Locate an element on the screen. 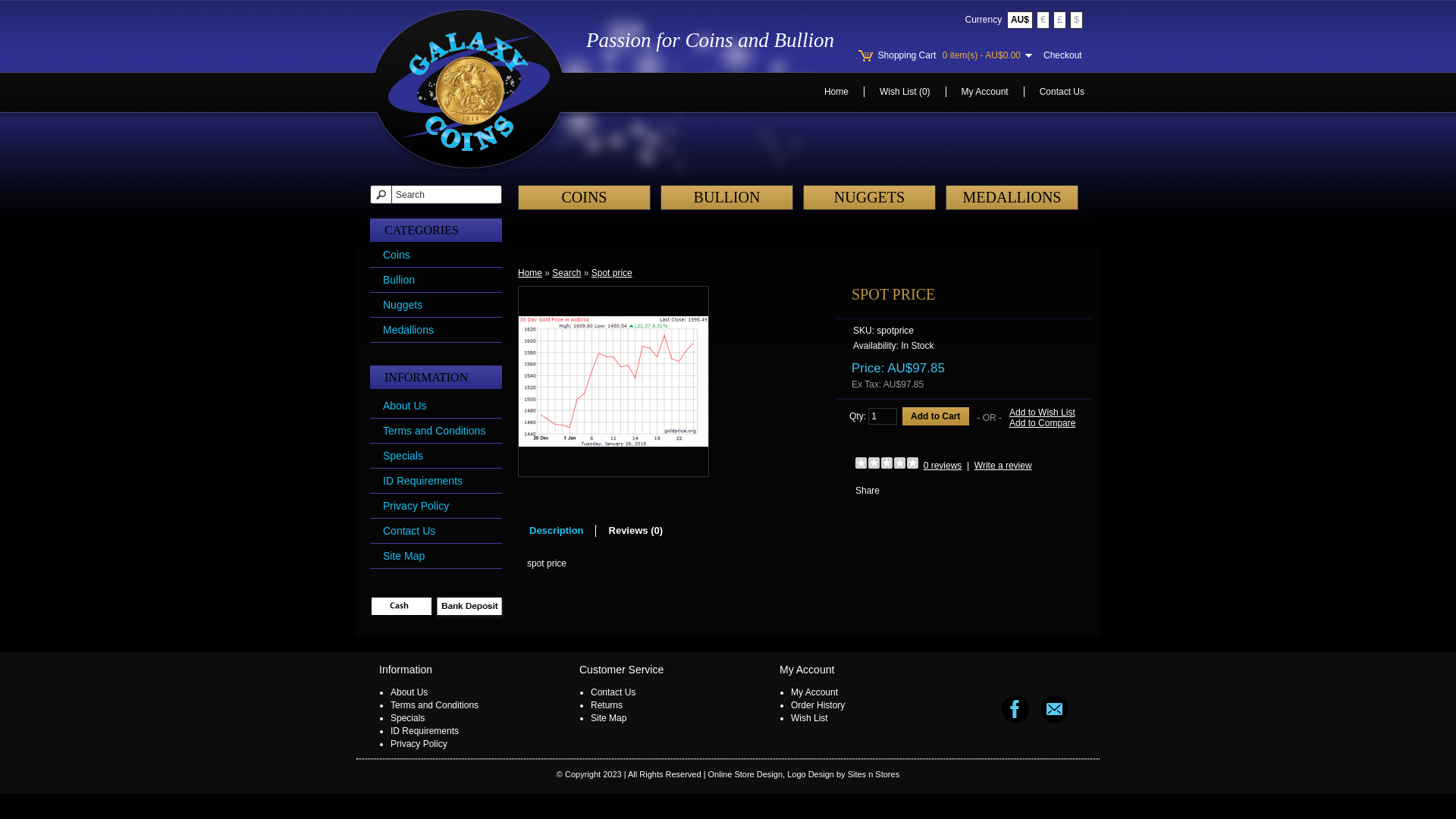  'Coins' is located at coordinates (397, 253).